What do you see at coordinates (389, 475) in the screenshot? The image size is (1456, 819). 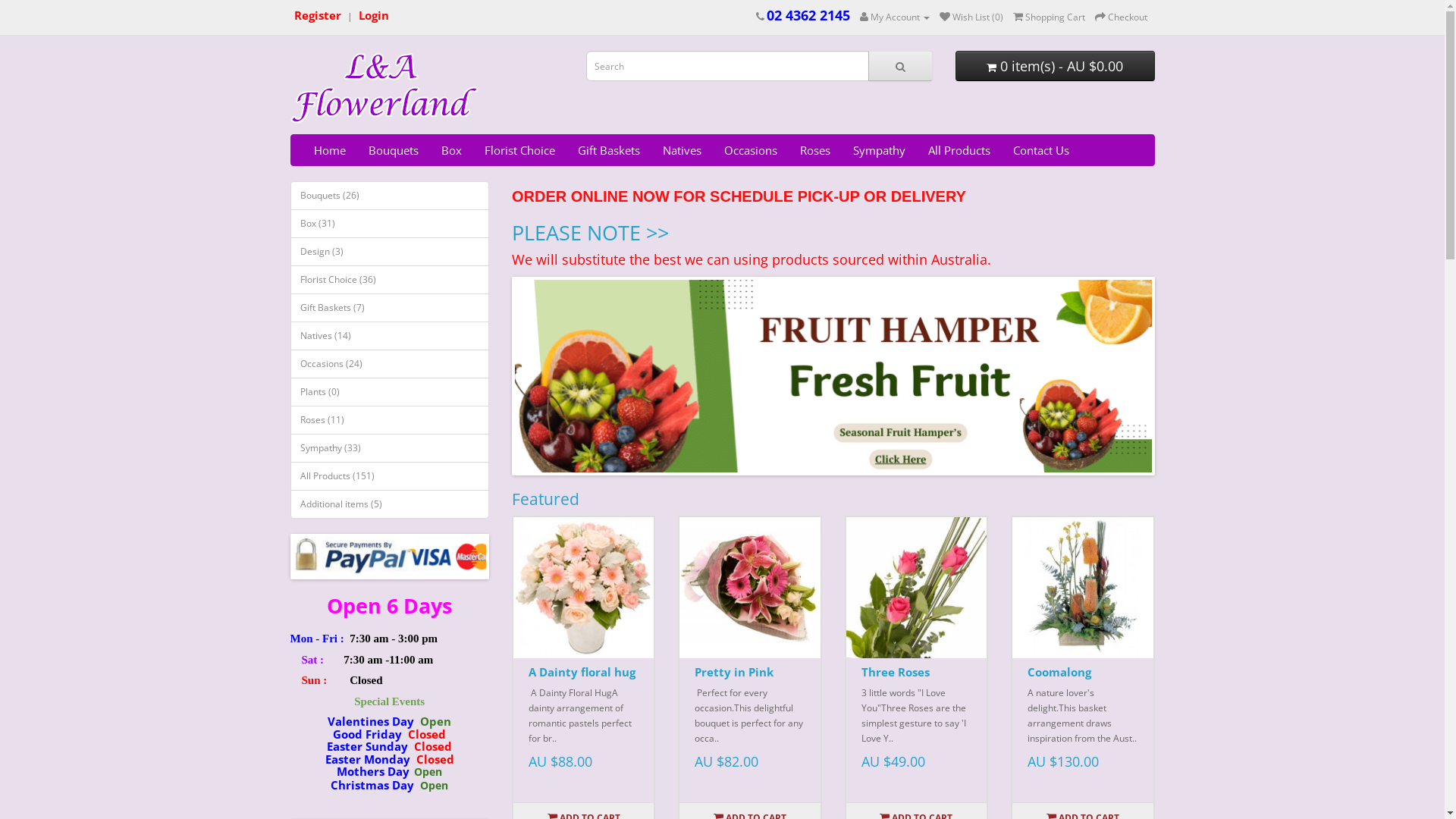 I see `'All Products (151)'` at bounding box center [389, 475].